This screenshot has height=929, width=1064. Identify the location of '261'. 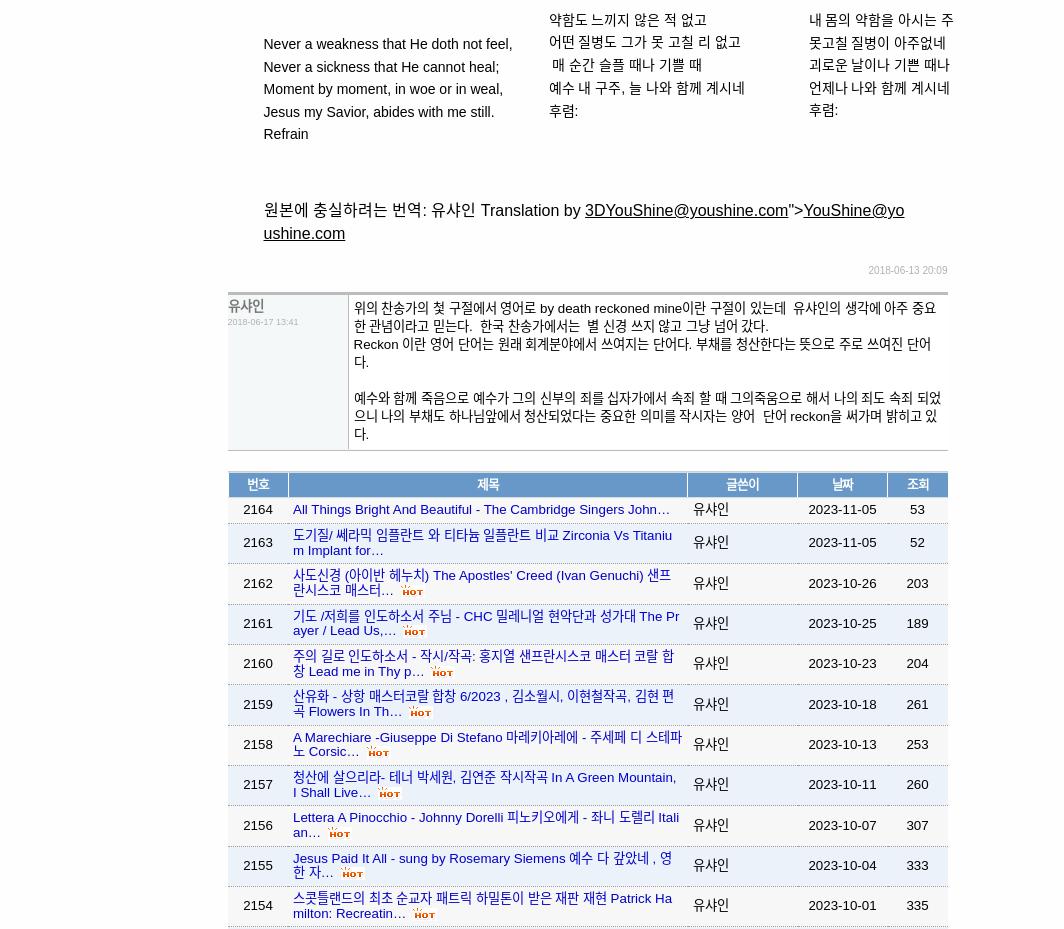
(916, 703).